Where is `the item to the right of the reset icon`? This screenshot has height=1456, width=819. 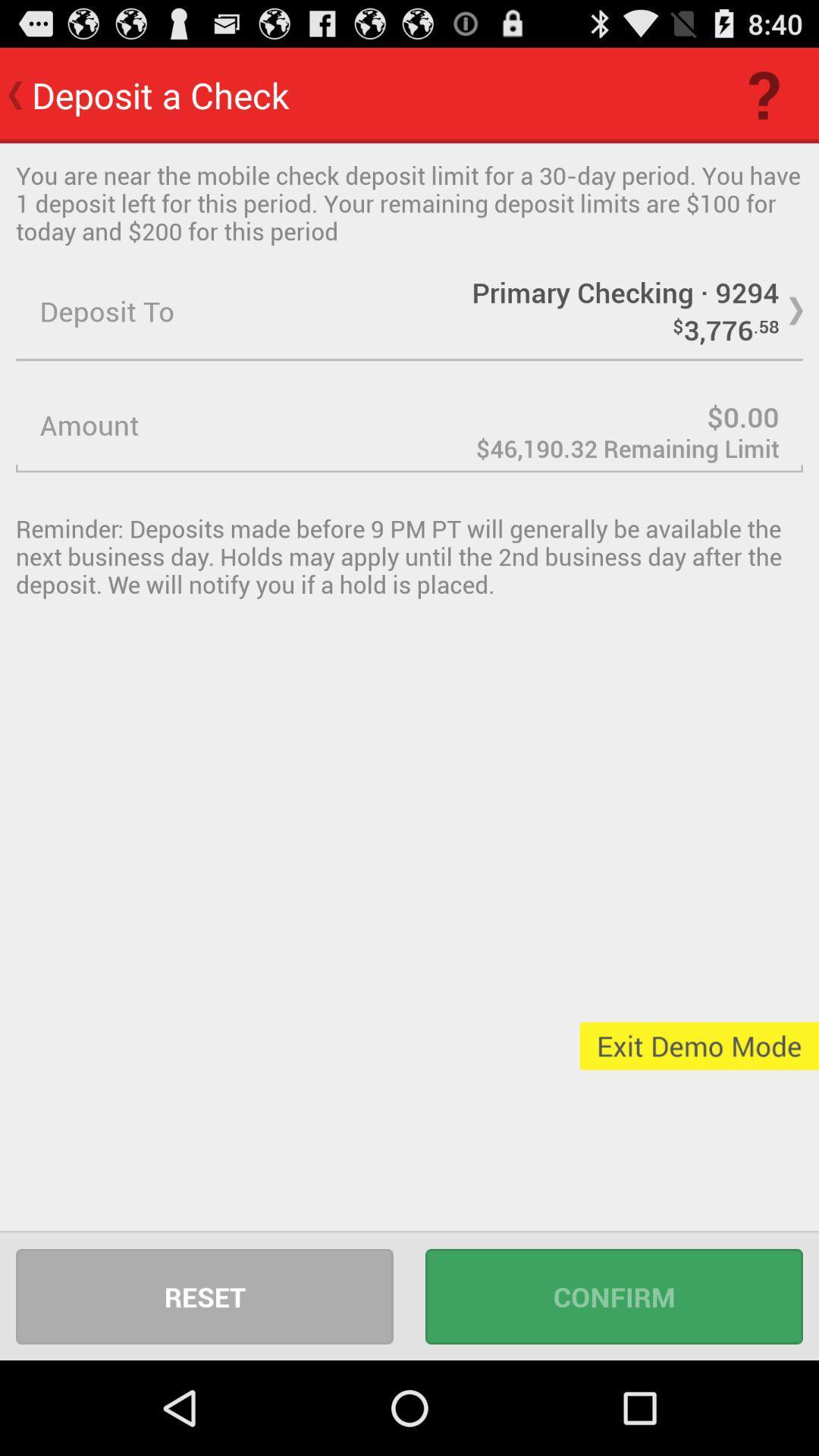
the item to the right of the reset icon is located at coordinates (614, 1295).